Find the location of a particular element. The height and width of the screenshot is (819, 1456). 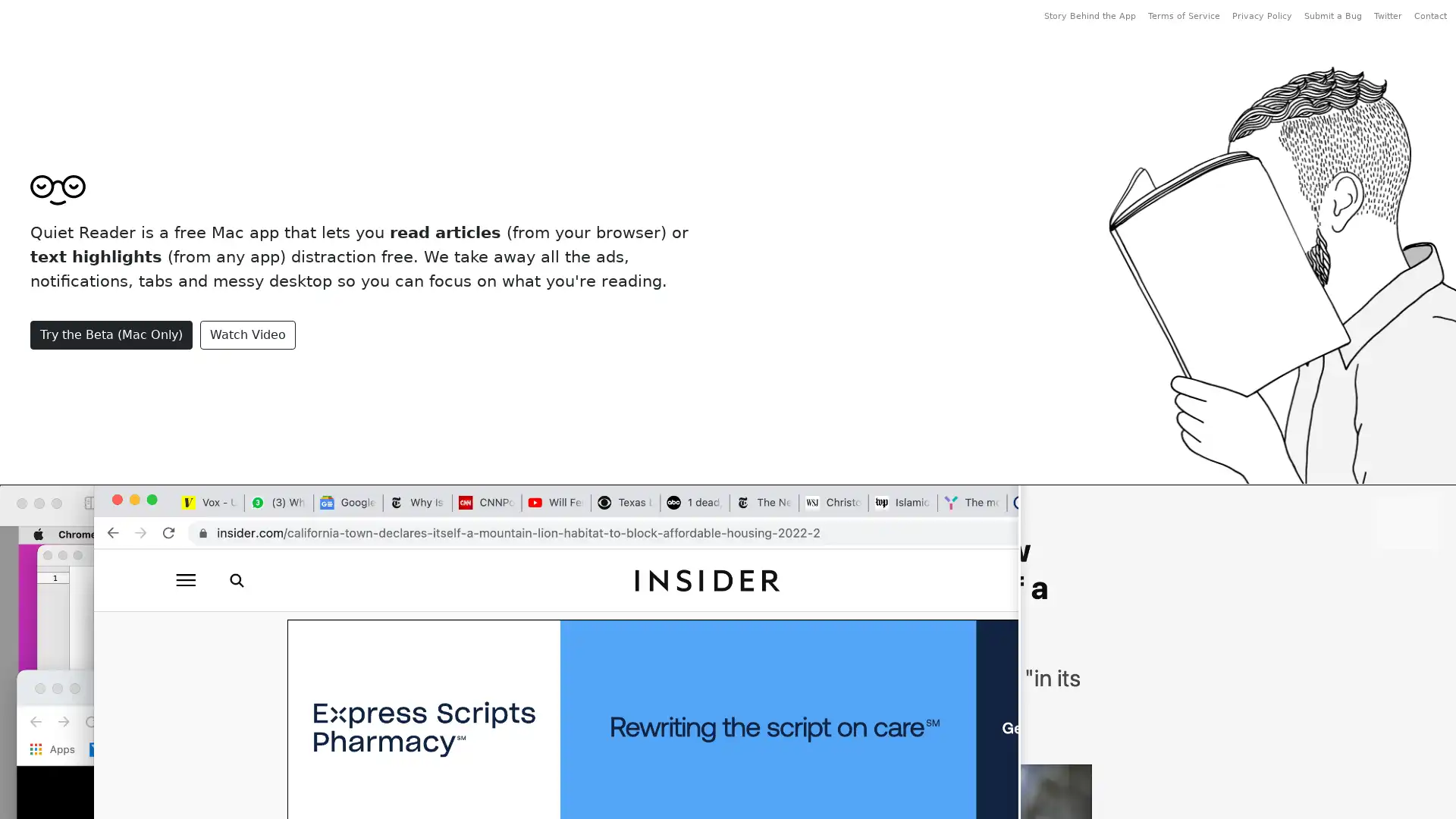

Watch Video is located at coordinates (247, 333).